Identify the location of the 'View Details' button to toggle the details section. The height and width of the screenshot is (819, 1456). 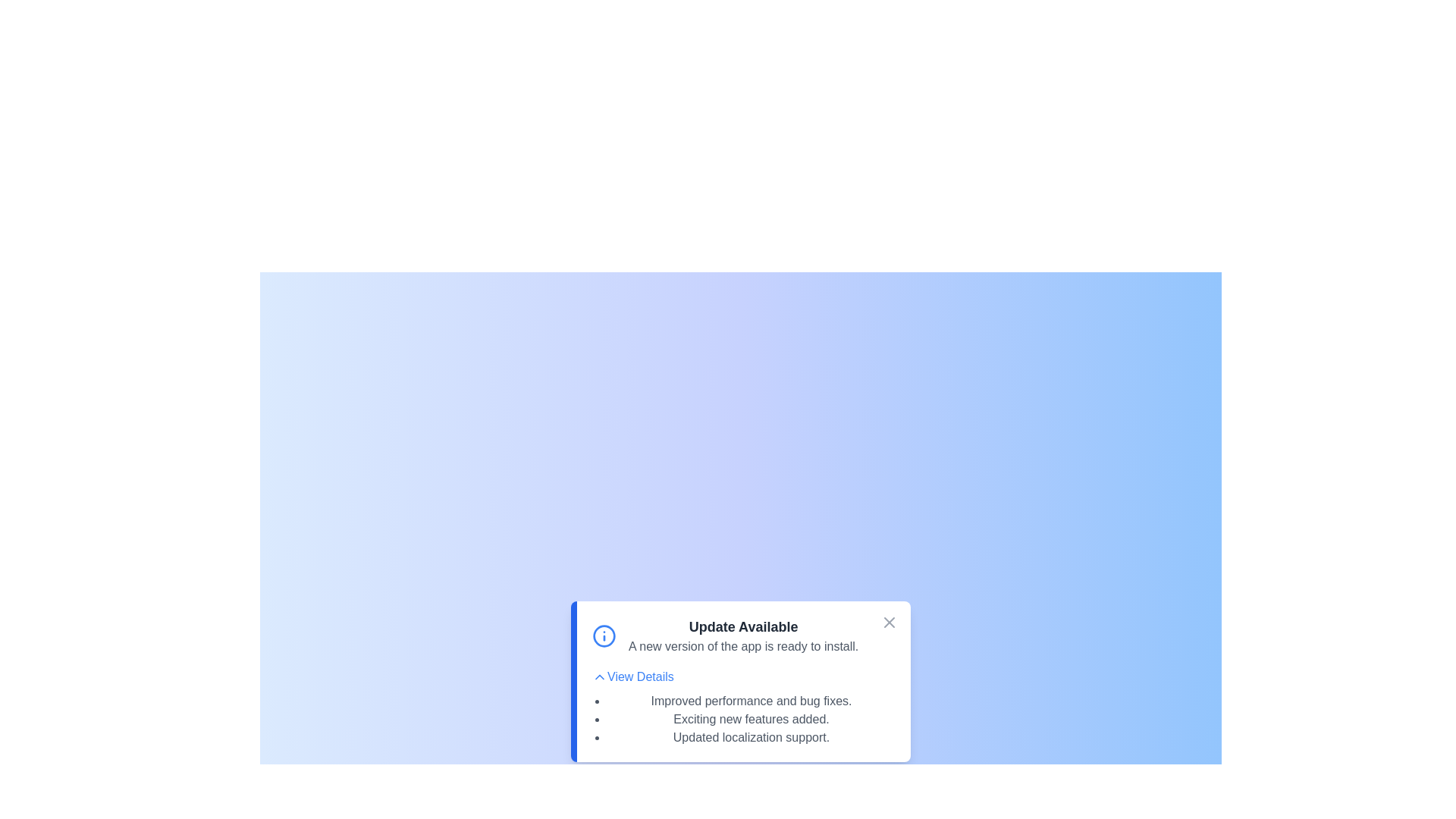
(632, 676).